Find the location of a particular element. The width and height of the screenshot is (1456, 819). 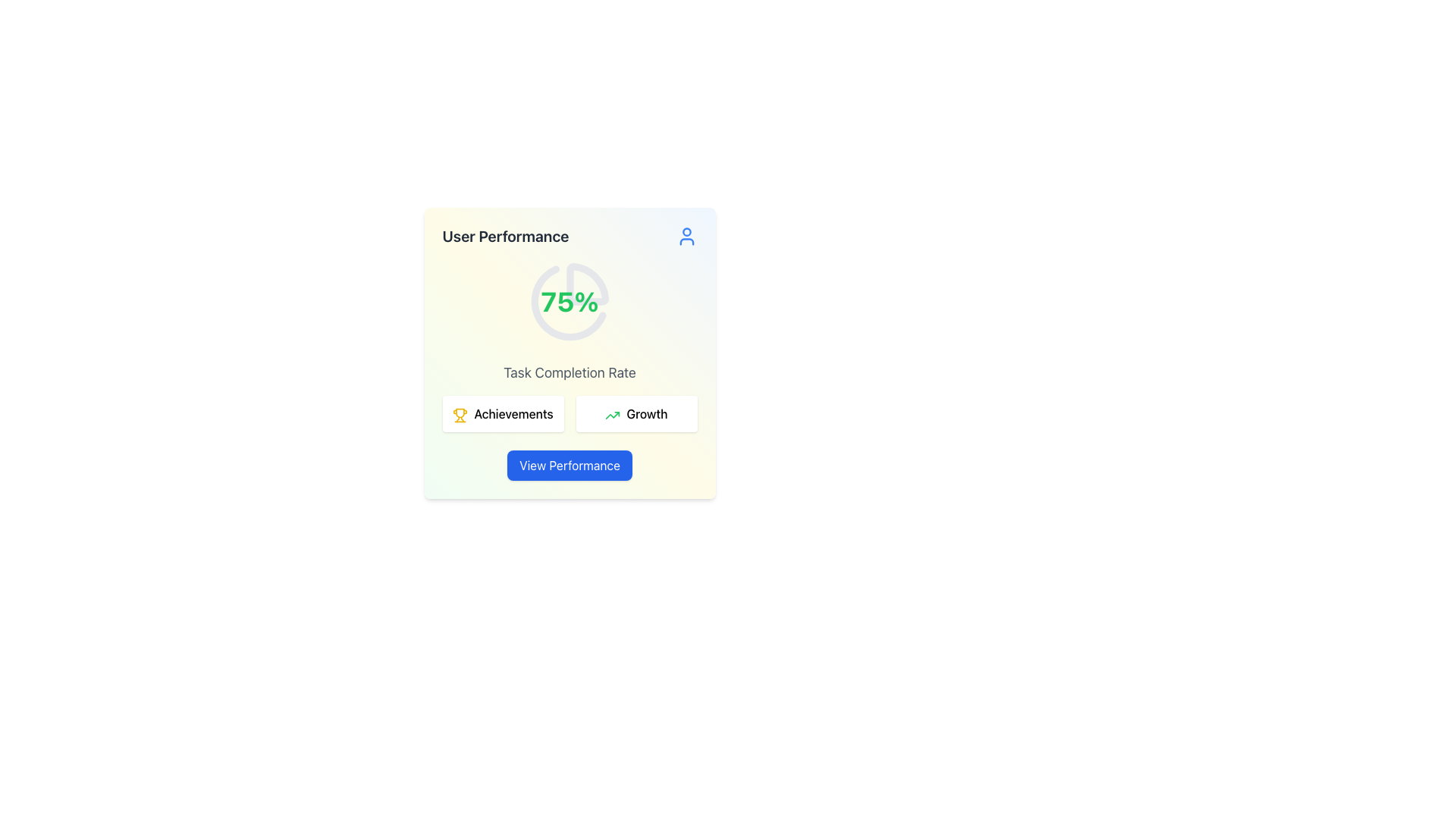

the 'Achievements' text label, which is displayed in a bold font style and is visually associated with a trophy icon on its left, centrally positioned within a white card with rounded corners is located at coordinates (513, 414).